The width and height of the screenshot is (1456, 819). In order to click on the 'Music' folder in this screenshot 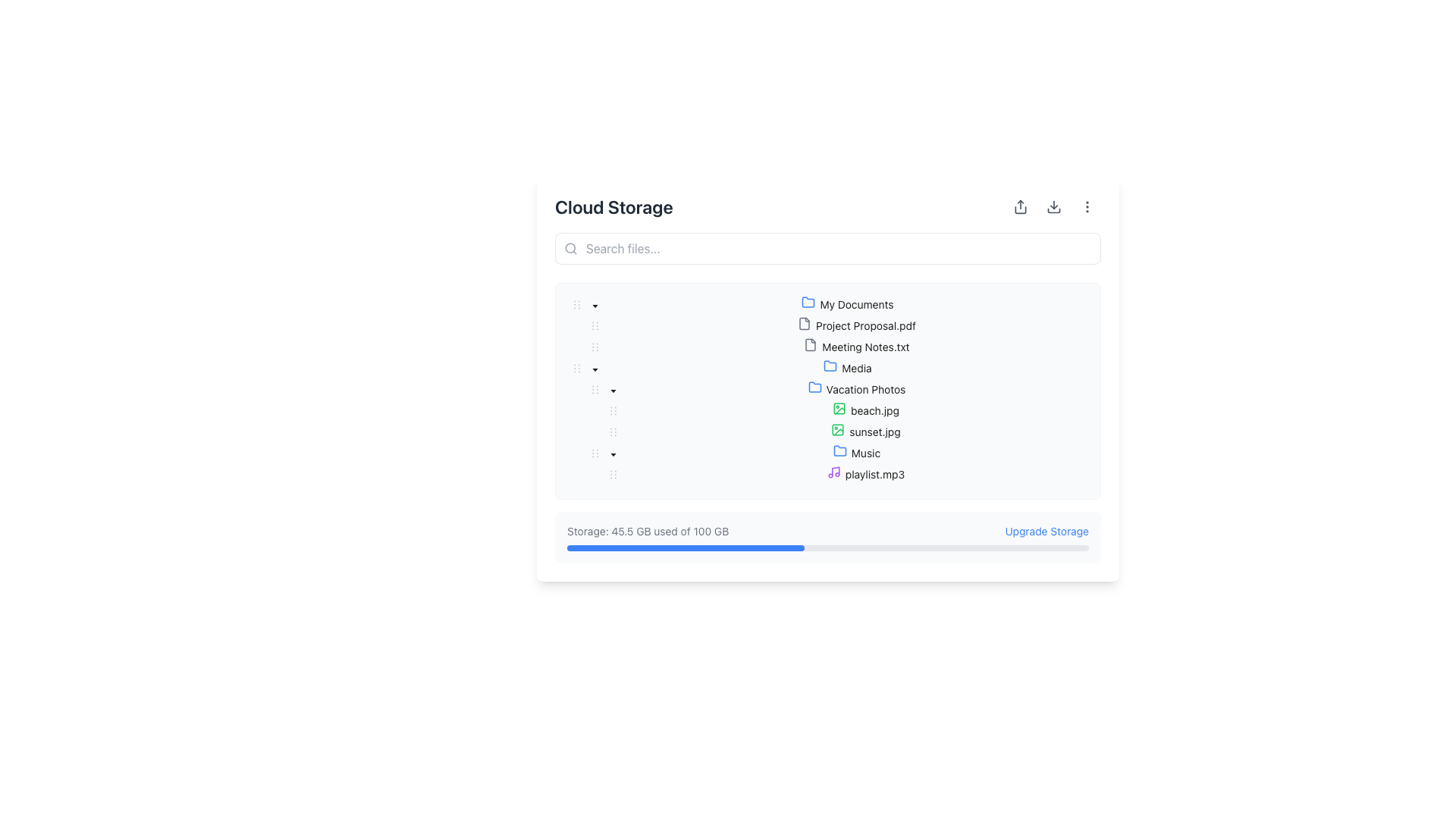, I will do `click(827, 452)`.